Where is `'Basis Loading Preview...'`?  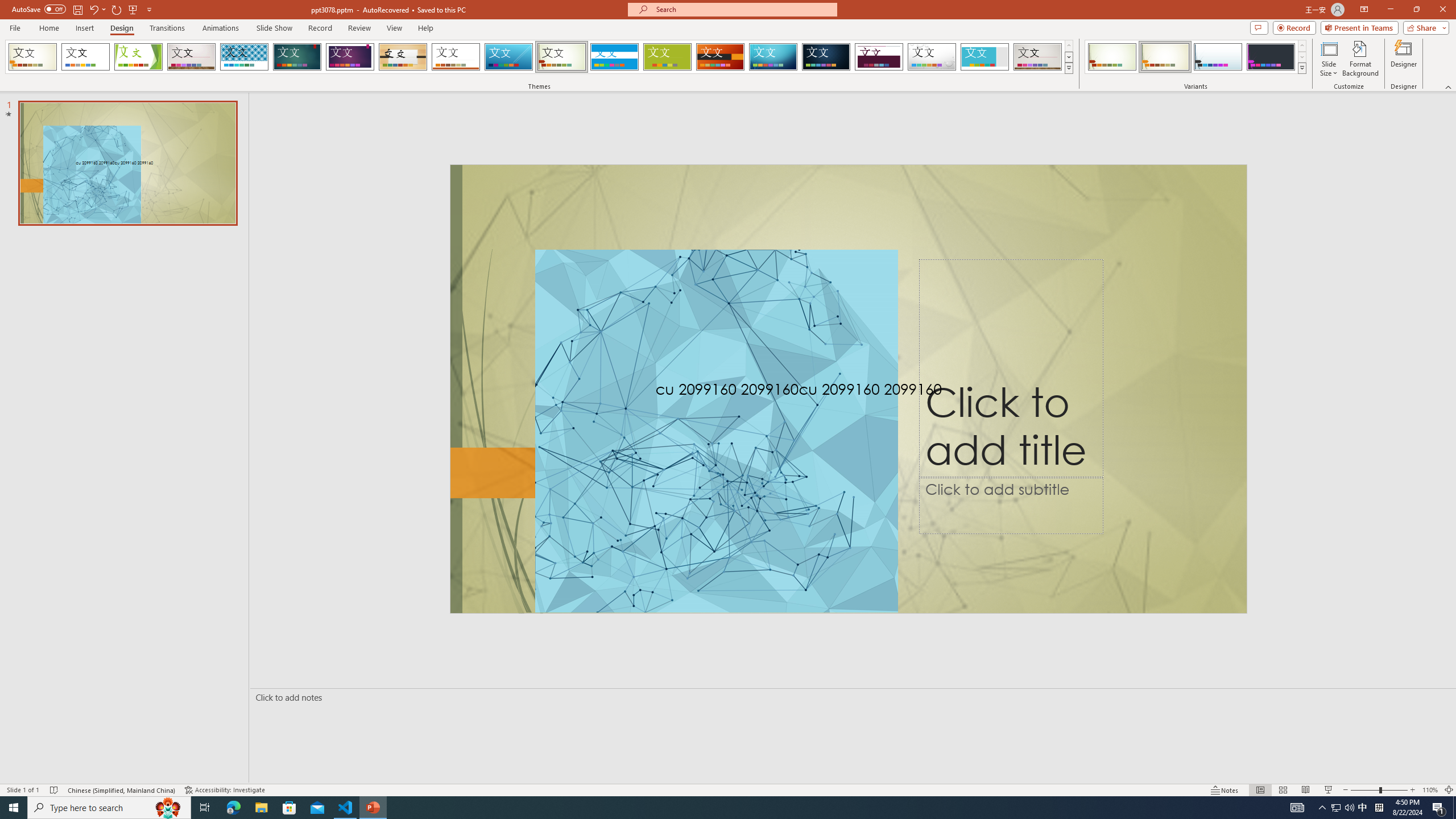 'Basis Loading Preview...' is located at coordinates (667, 56).